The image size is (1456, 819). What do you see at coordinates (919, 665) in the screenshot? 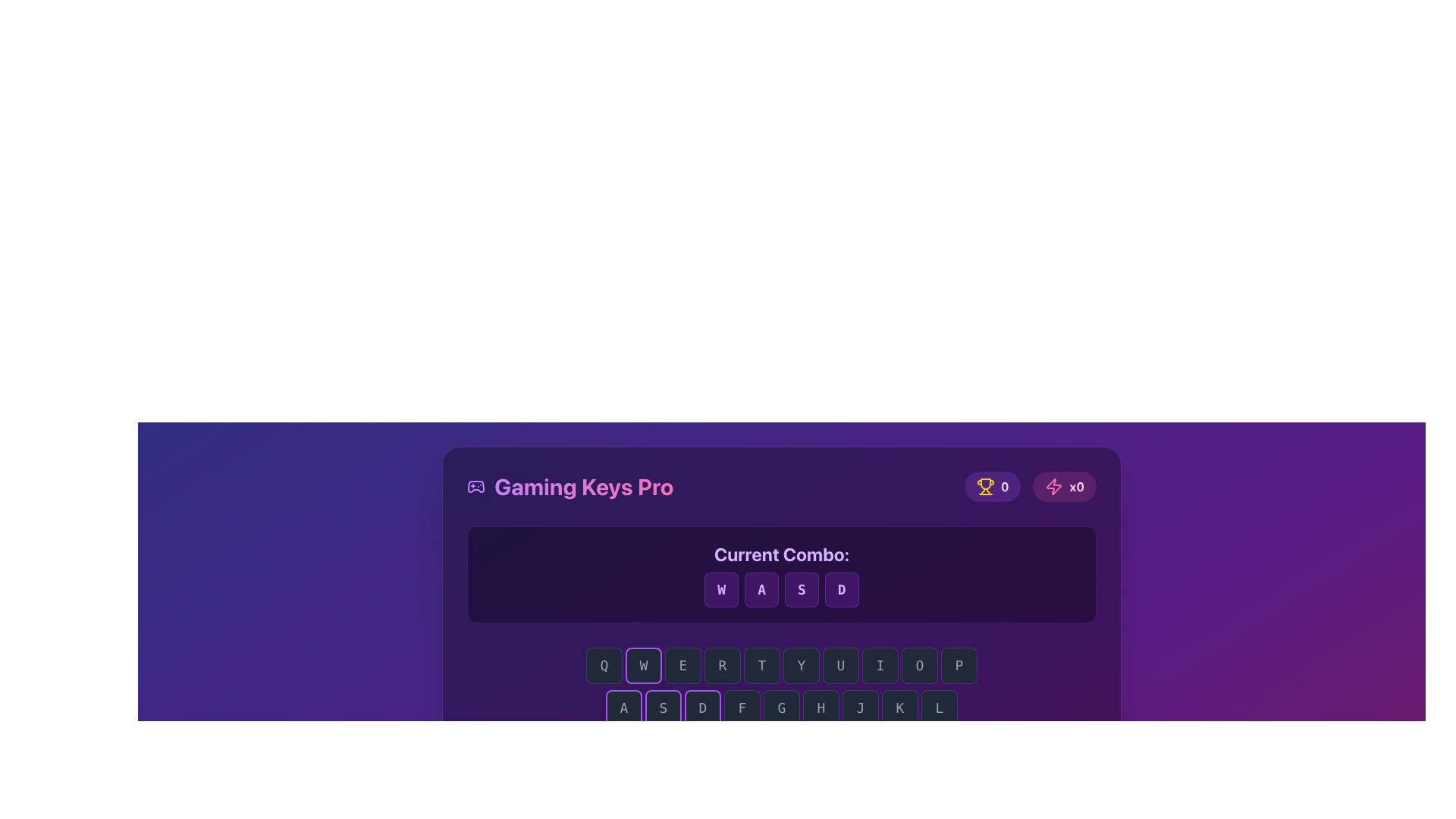
I see `the rounded rectangular button labeled 'O', which is styled in a dark theme with a gray background, to simulate pressing the 'O' key` at bounding box center [919, 665].